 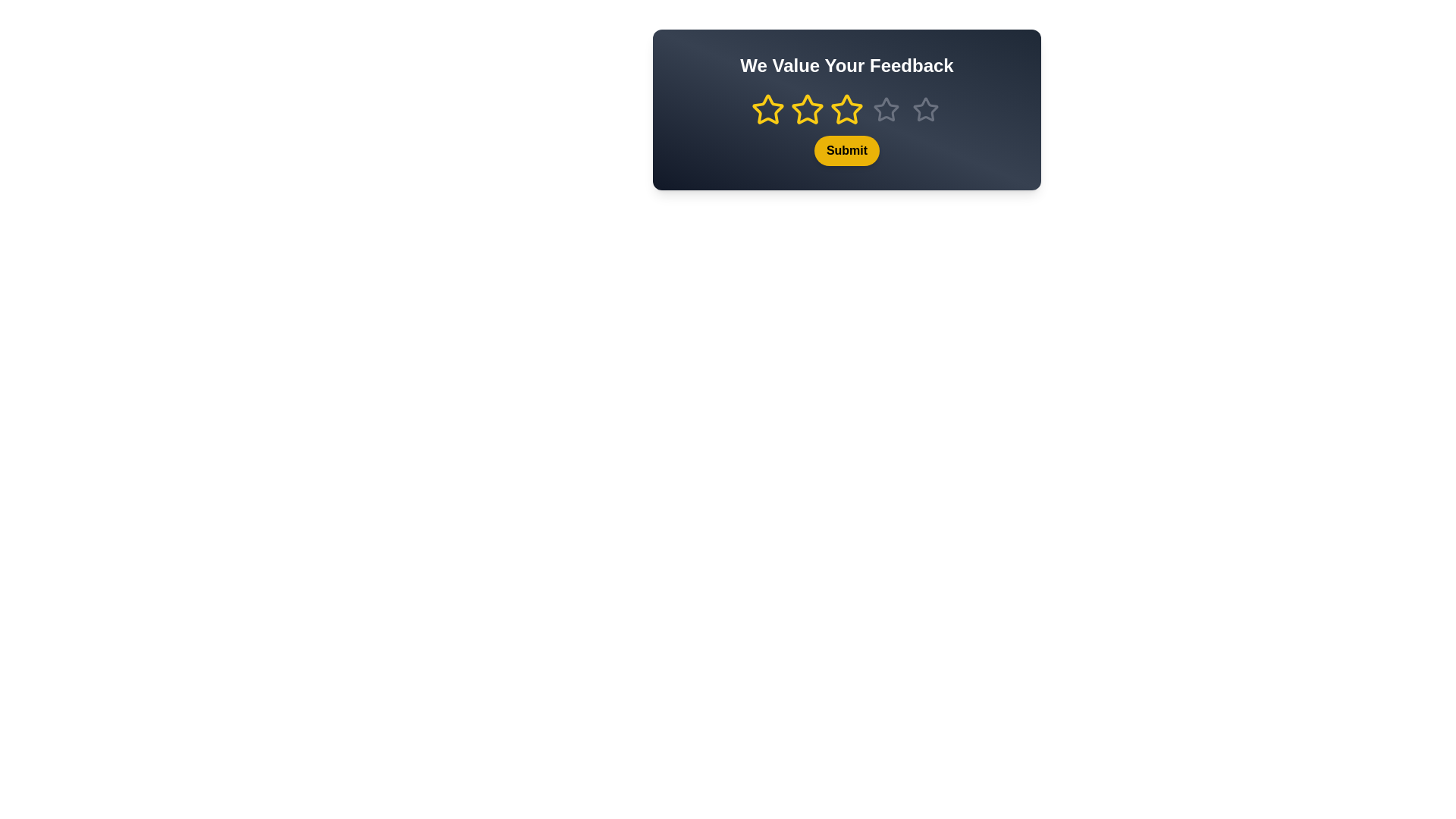 I want to click on the second star in the horizontal row of five stars, so click(x=846, y=108).